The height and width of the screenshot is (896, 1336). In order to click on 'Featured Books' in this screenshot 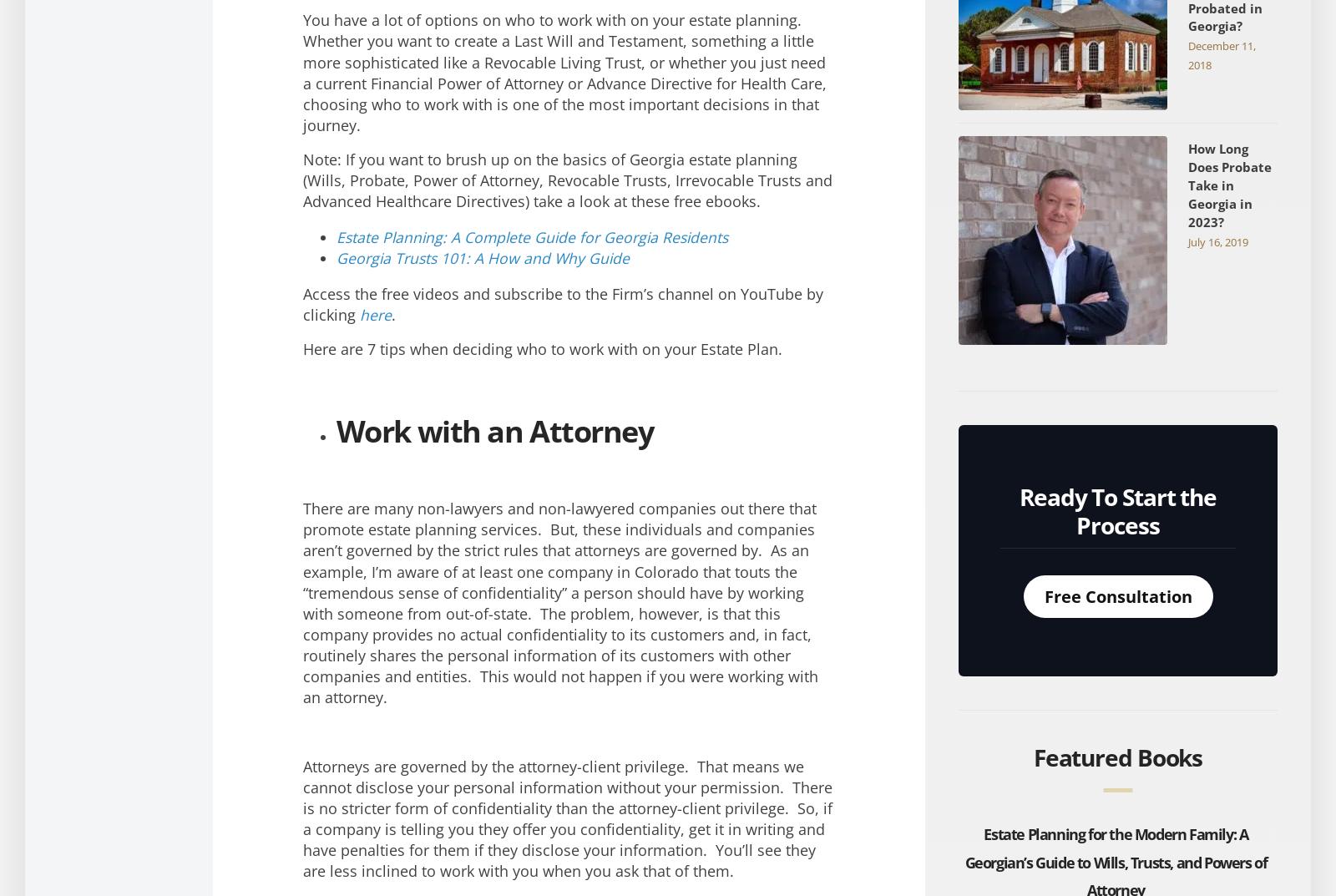, I will do `click(1116, 757)`.